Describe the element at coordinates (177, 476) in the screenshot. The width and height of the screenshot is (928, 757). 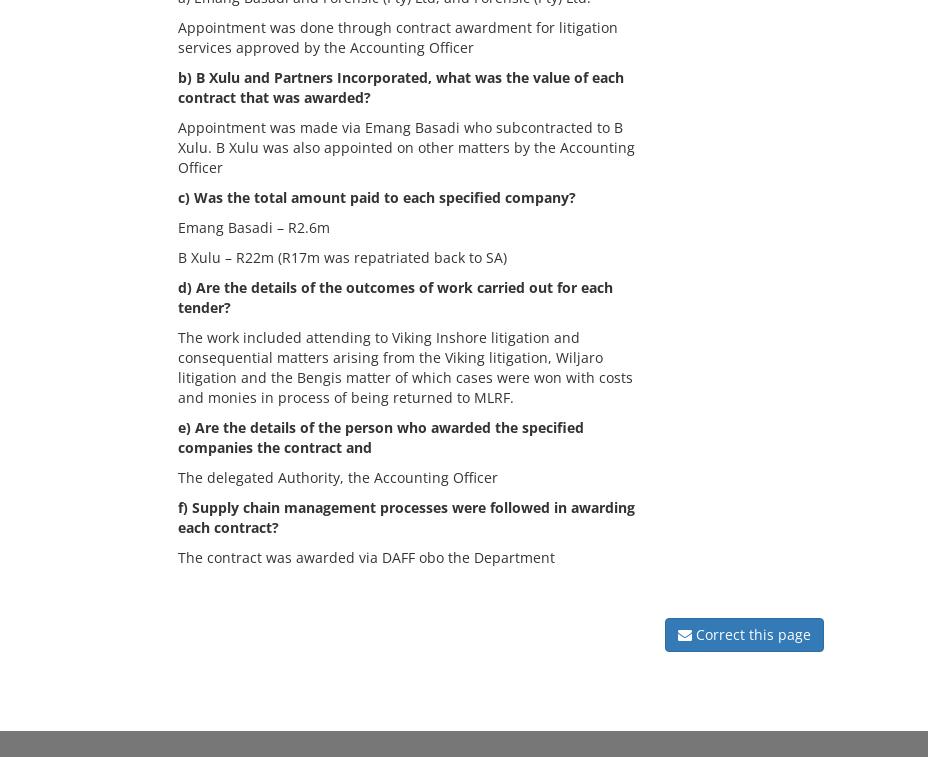
I see `'The delegated Authority, the Accounting Officer'` at that location.